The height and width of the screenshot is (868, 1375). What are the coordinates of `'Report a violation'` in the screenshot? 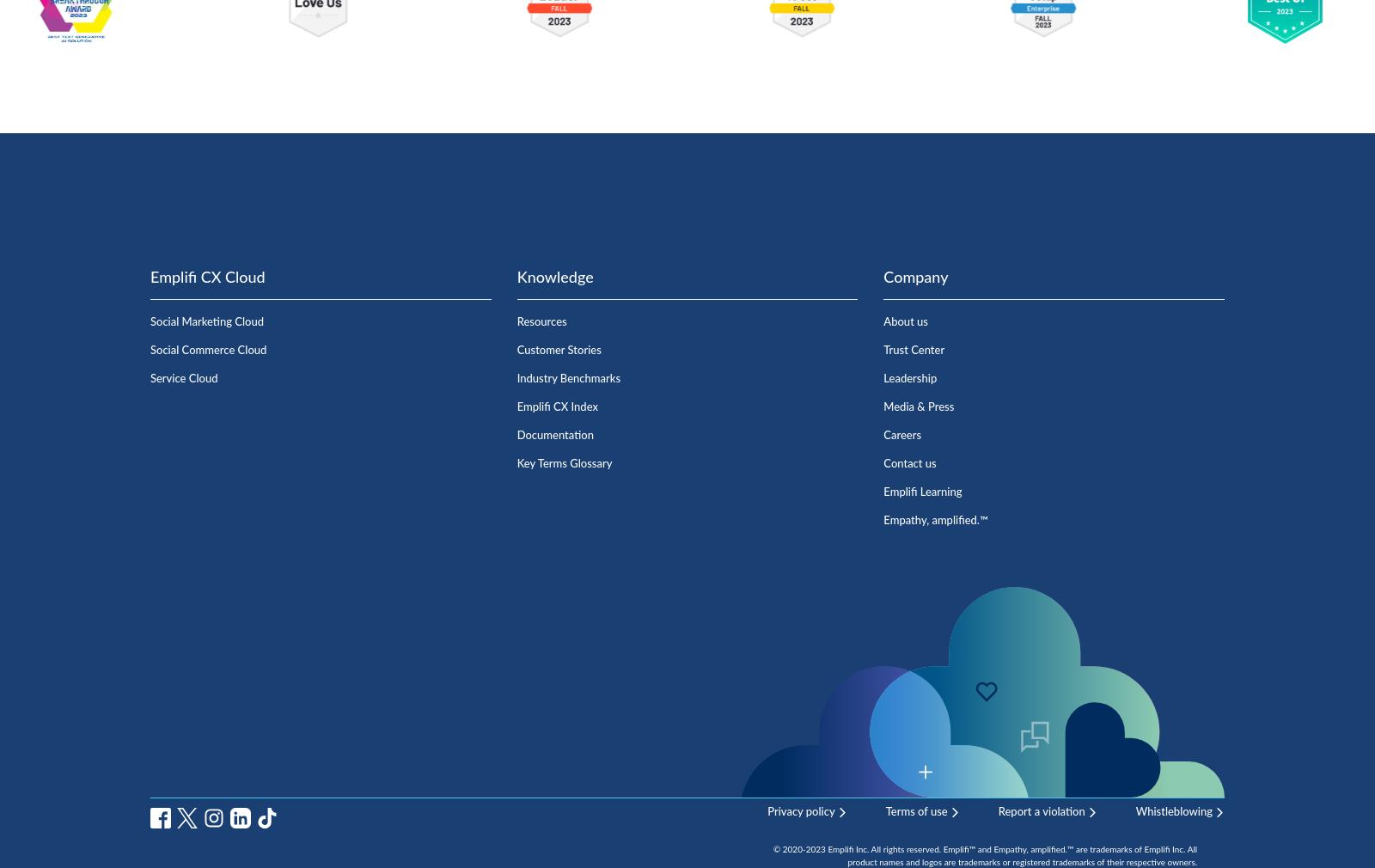 It's located at (1040, 811).